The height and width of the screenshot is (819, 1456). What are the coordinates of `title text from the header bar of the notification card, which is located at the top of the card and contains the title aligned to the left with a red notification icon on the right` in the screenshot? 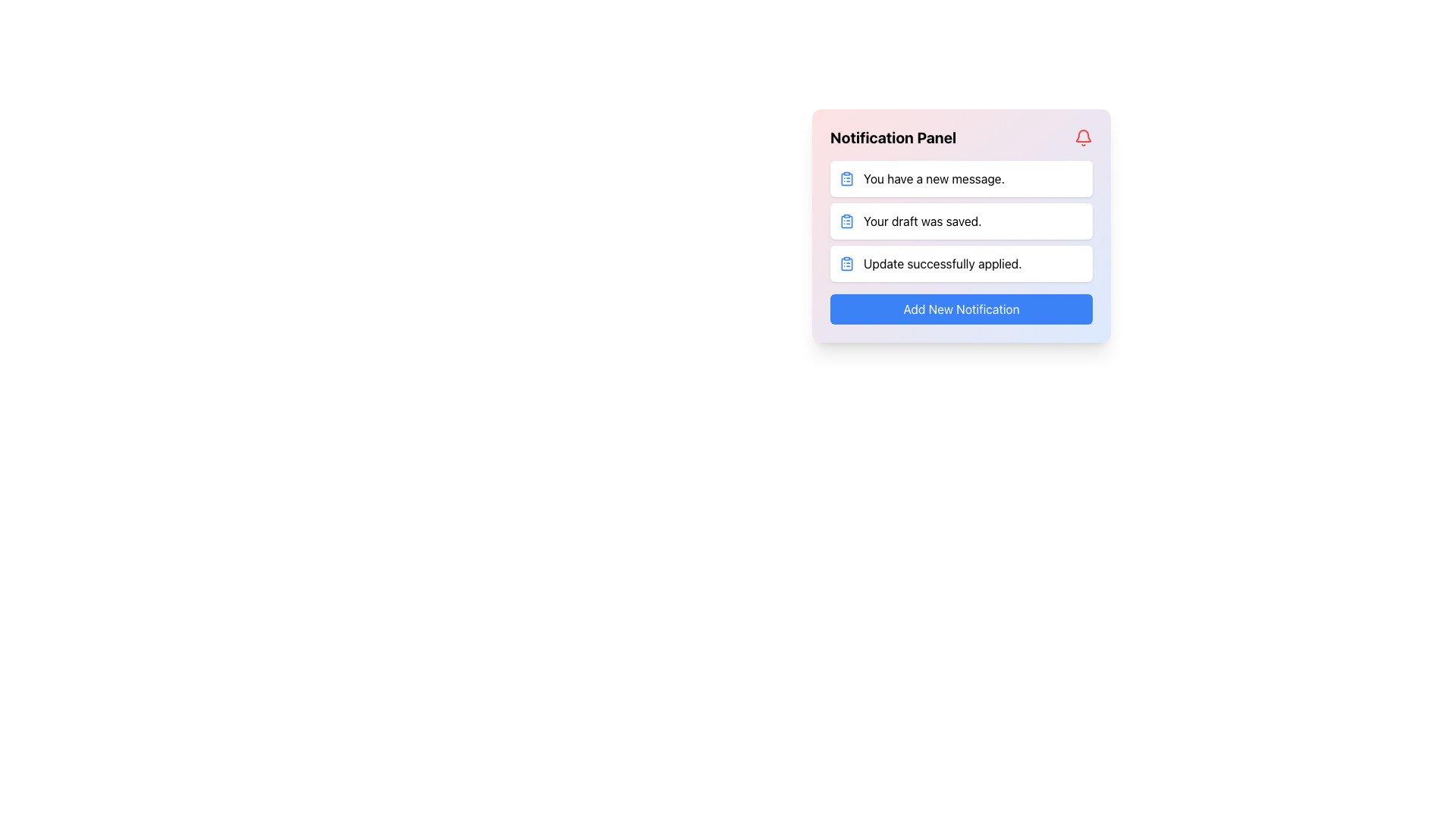 It's located at (960, 137).